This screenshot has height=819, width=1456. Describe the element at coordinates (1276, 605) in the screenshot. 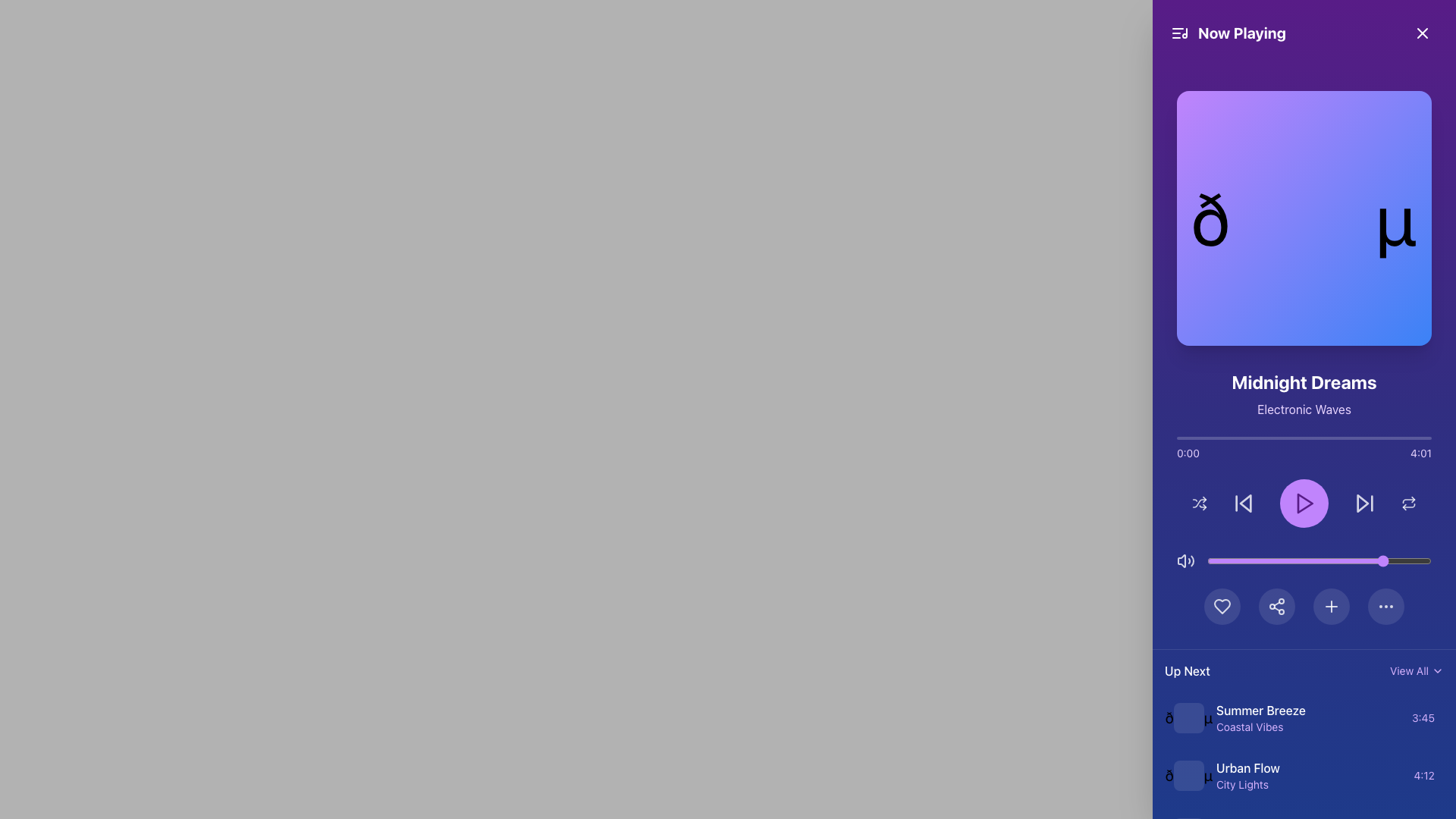

I see `the sharing button located` at that location.